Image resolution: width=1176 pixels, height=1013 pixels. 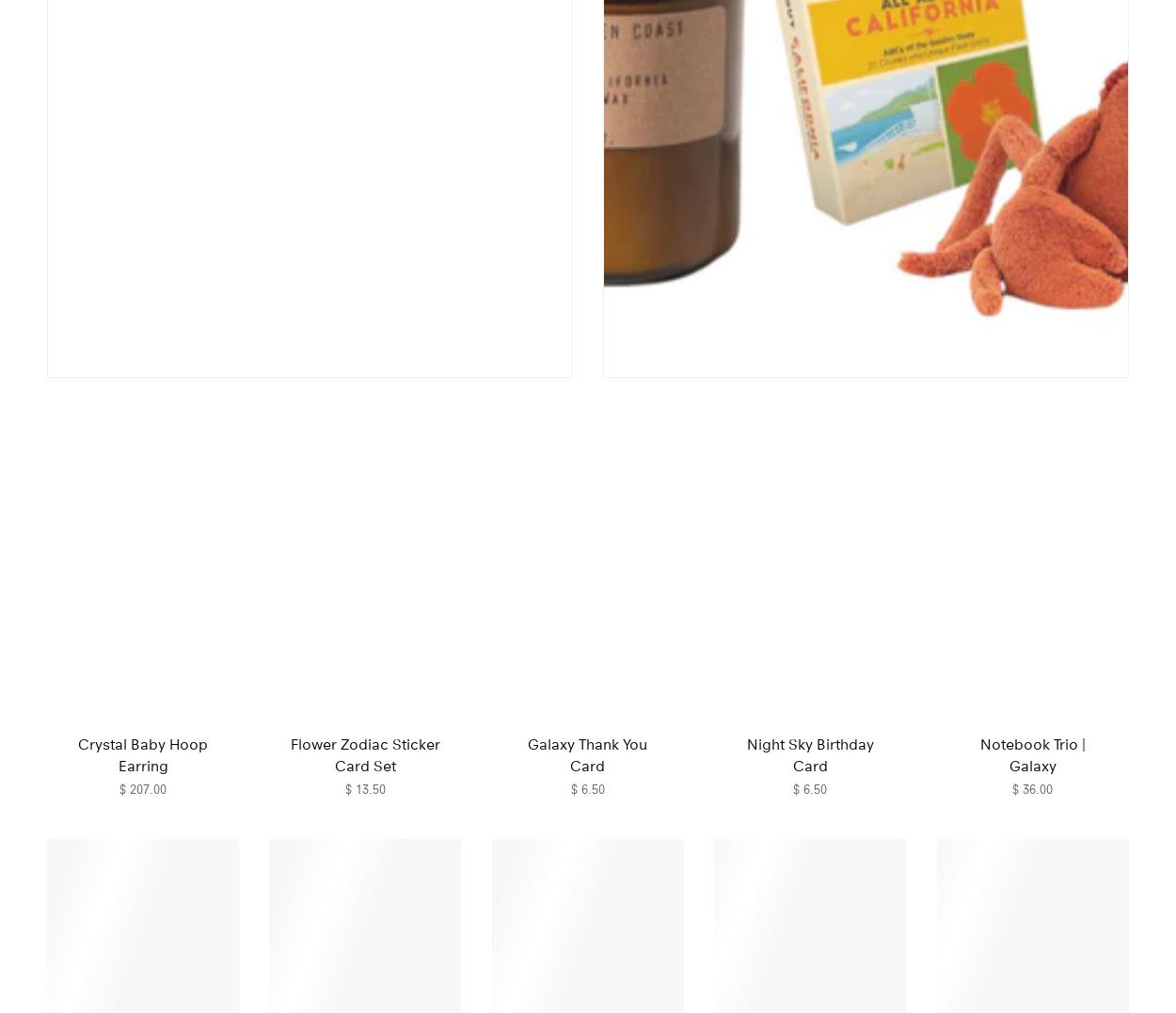 What do you see at coordinates (143, 754) in the screenshot?
I see `'Crystal Baby Hoop Earring'` at bounding box center [143, 754].